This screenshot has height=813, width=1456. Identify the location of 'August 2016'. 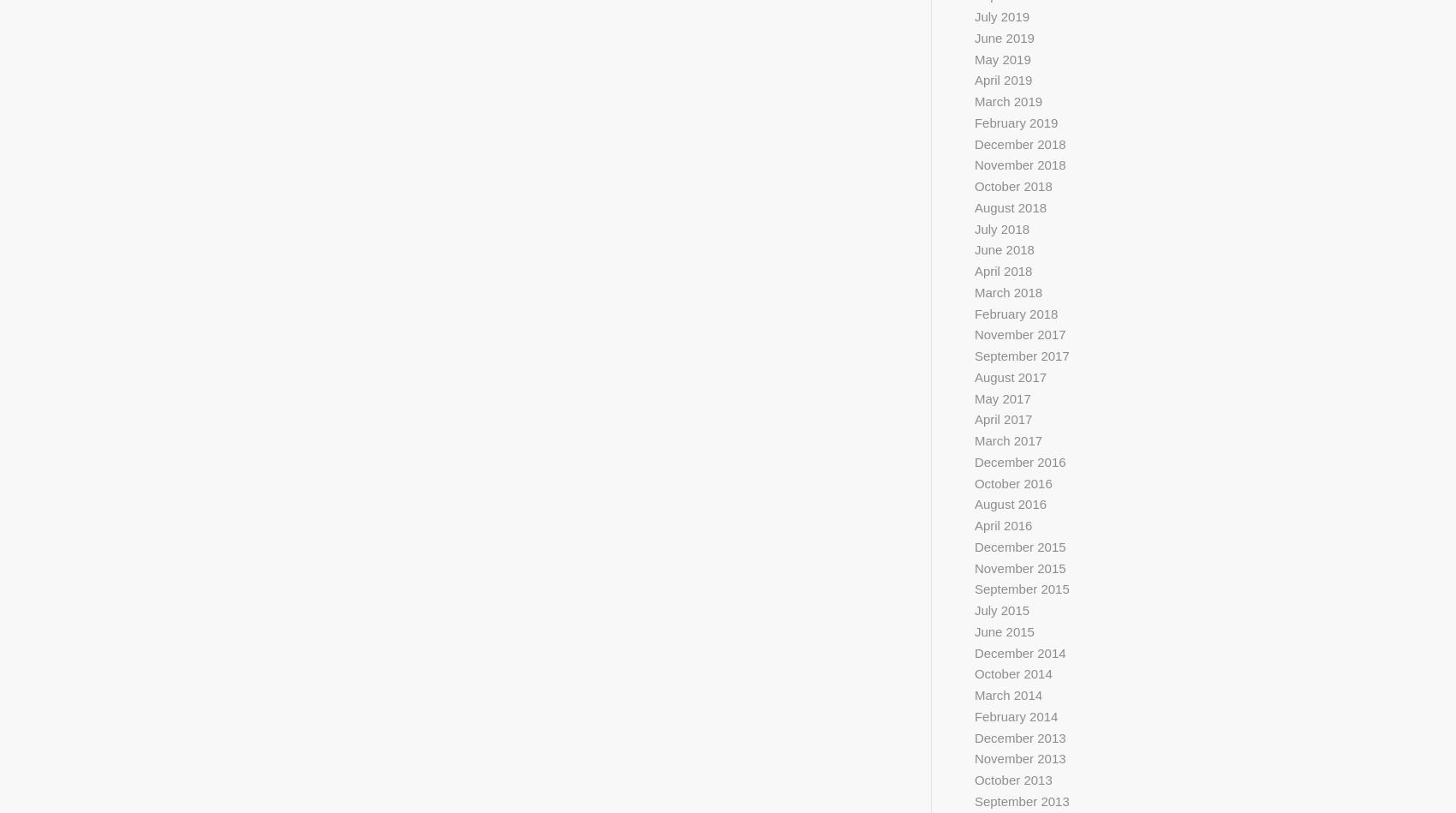
(973, 503).